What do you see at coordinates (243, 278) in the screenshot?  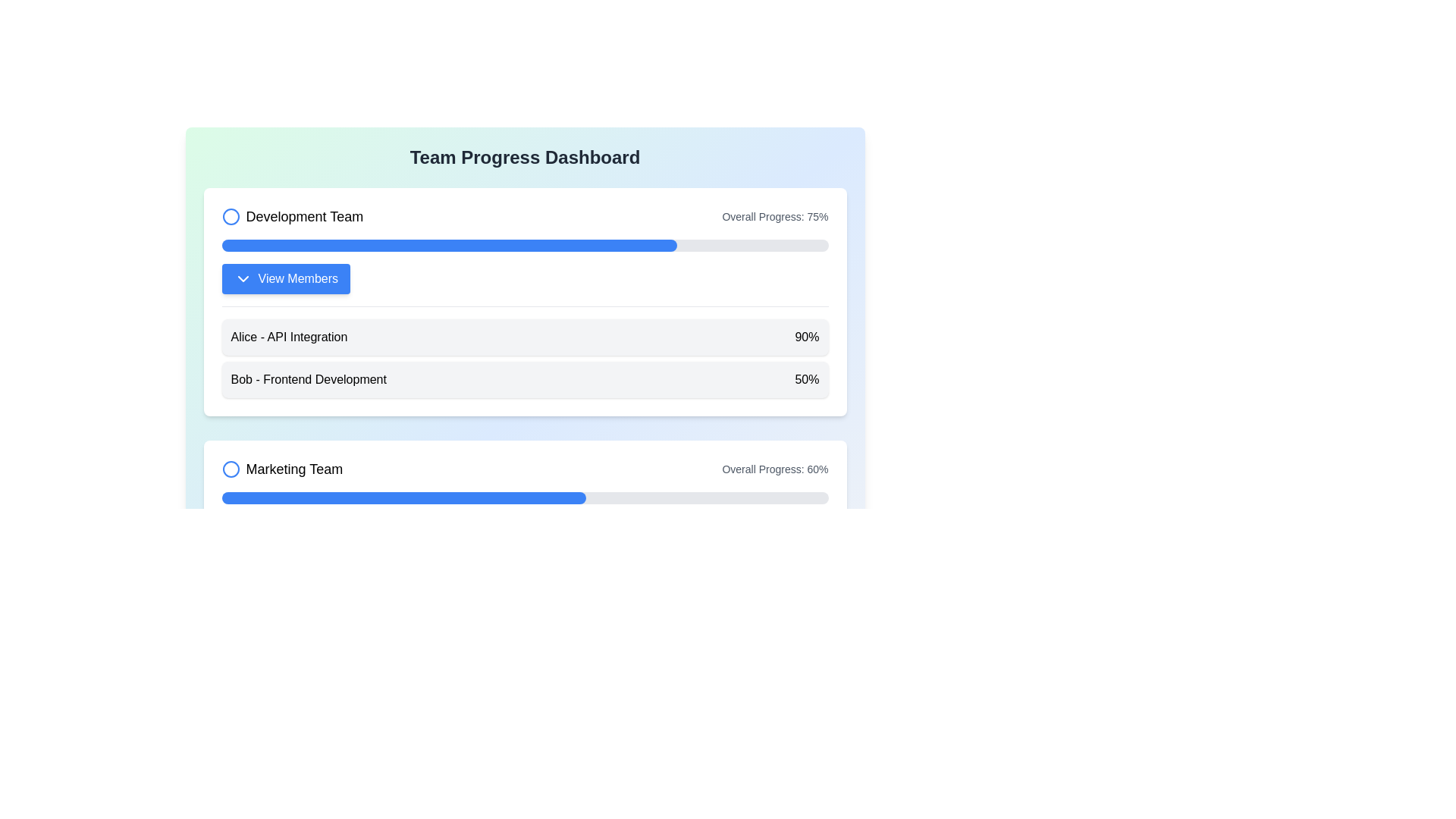 I see `the downward-pointing triangular arrow icon located inside the 'View Members' button to initiate a dropdown` at bounding box center [243, 278].